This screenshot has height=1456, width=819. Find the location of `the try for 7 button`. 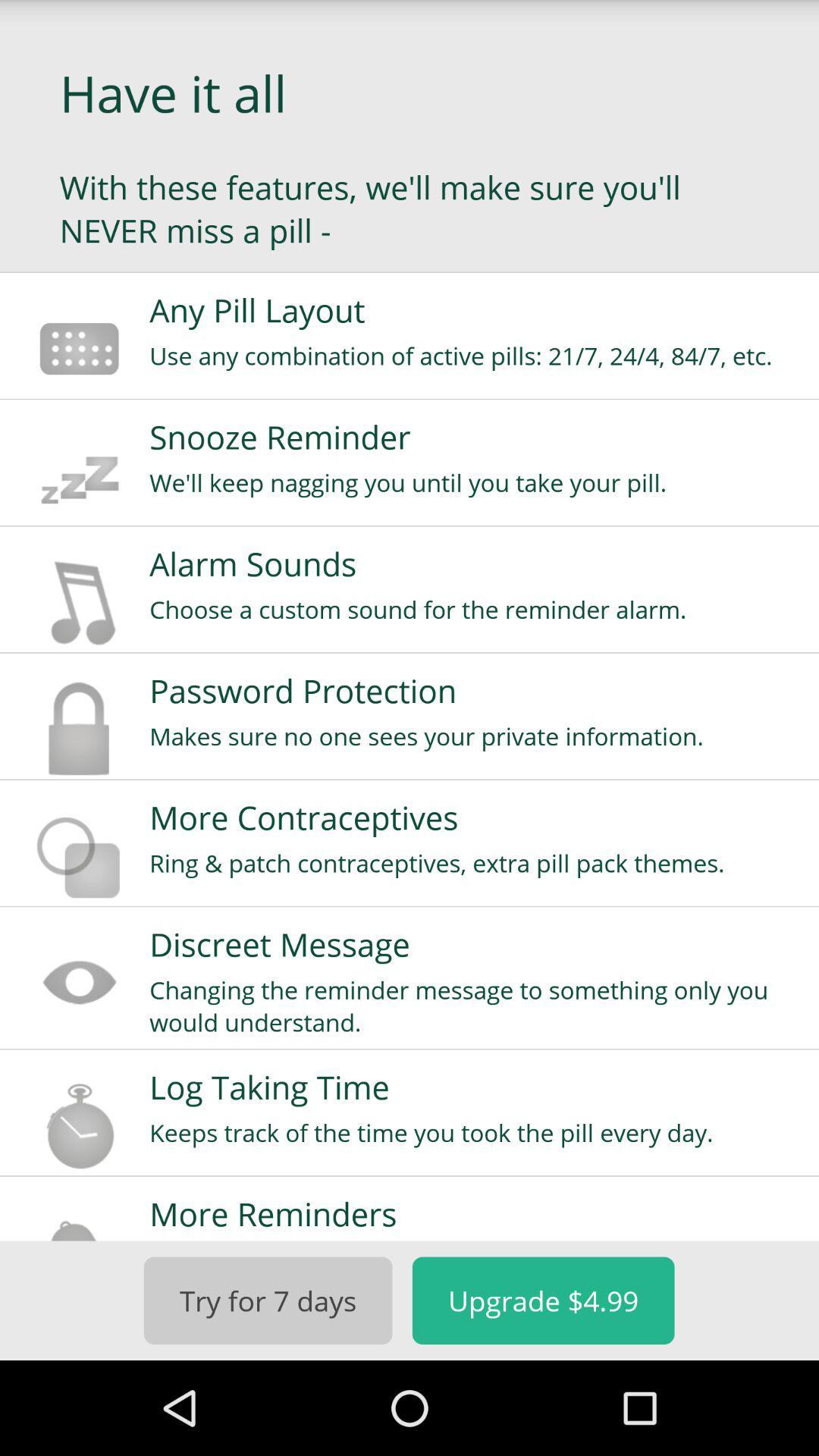

the try for 7 button is located at coordinates (267, 1300).